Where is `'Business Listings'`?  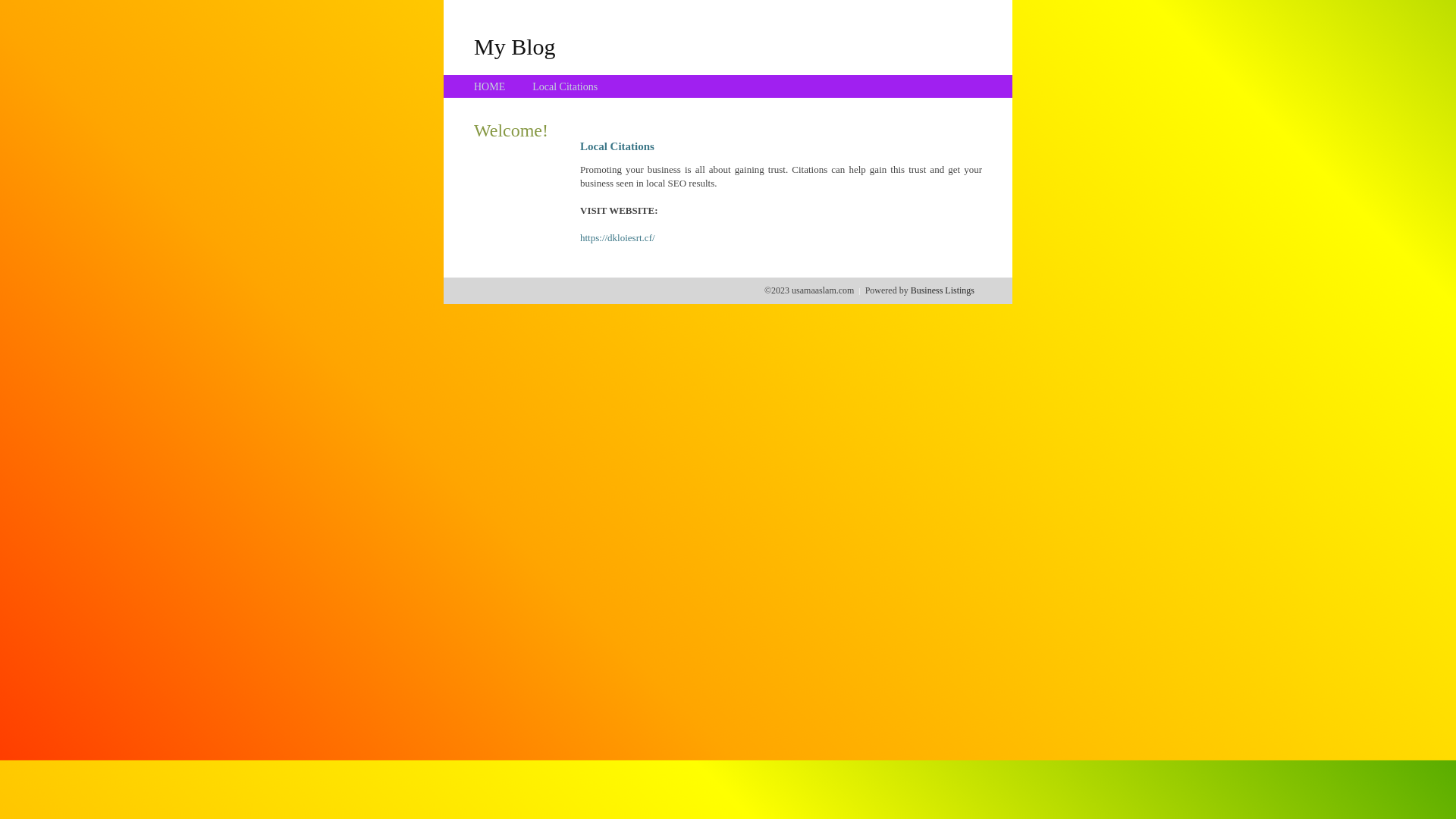
'Business Listings' is located at coordinates (942, 290).